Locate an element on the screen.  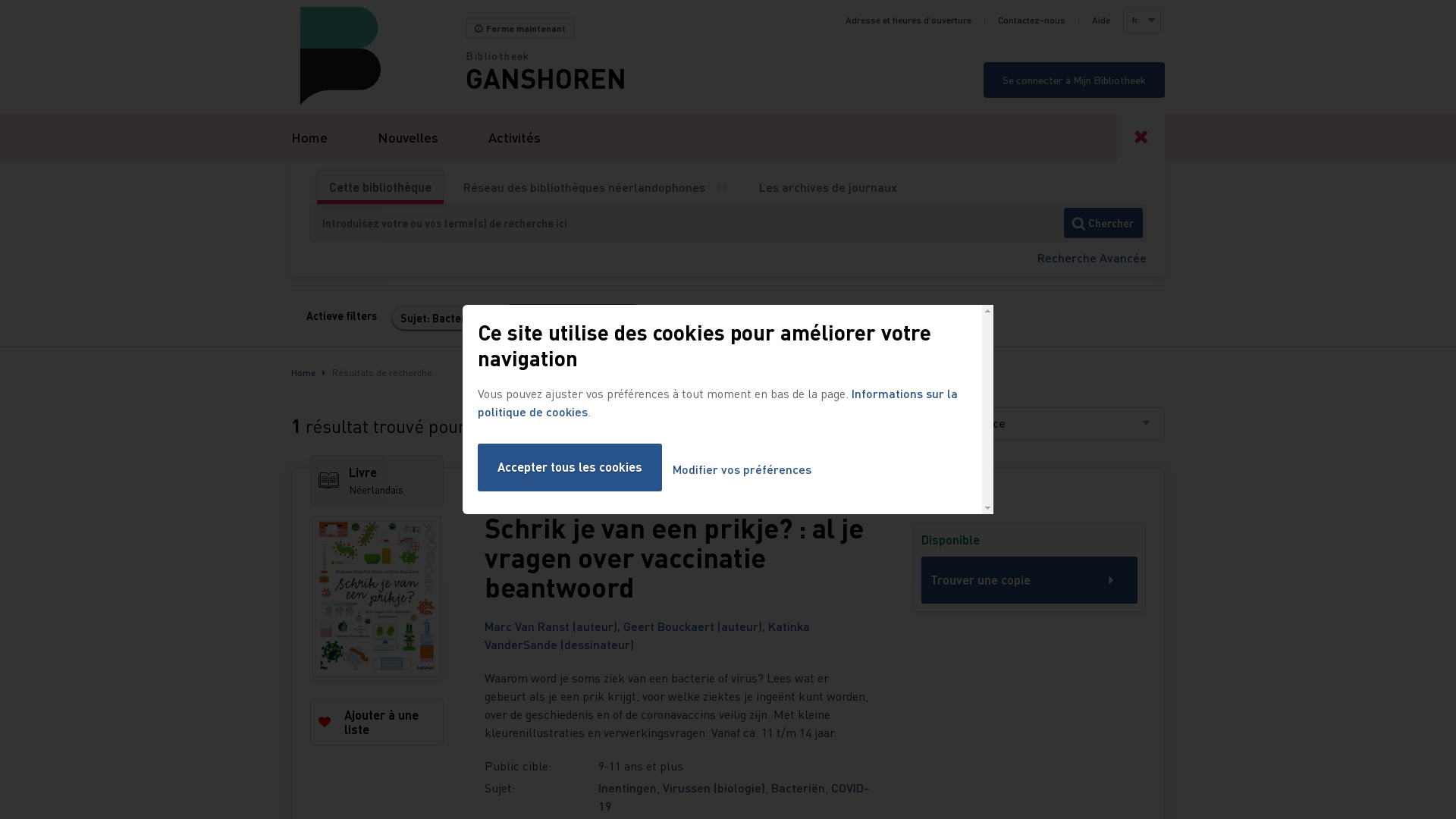
'Marc Van Ranst (auteur),' is located at coordinates (553, 626).